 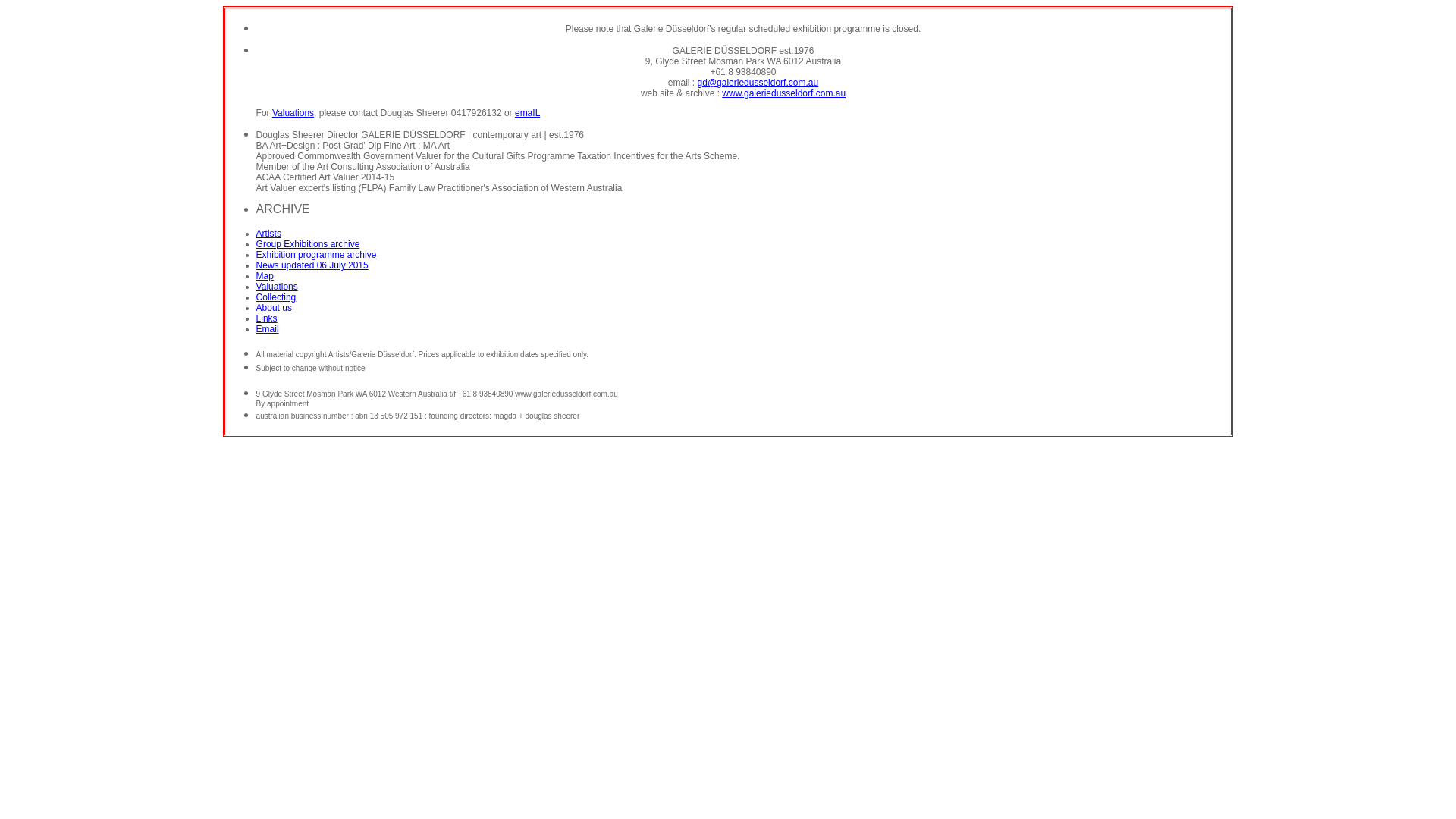 I want to click on 'Collecting', so click(x=276, y=297).